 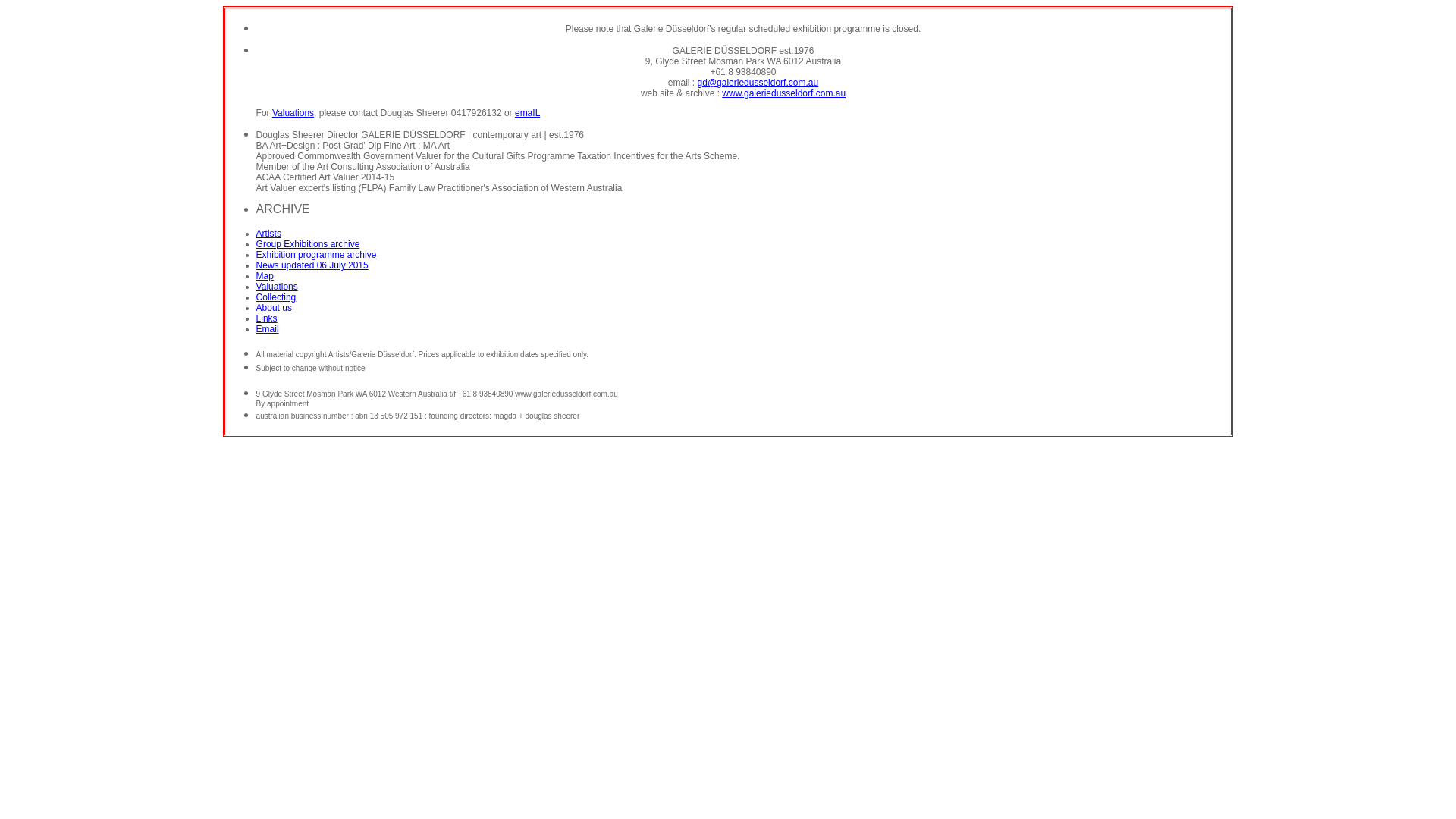 I want to click on 'Collecting', so click(x=276, y=297).